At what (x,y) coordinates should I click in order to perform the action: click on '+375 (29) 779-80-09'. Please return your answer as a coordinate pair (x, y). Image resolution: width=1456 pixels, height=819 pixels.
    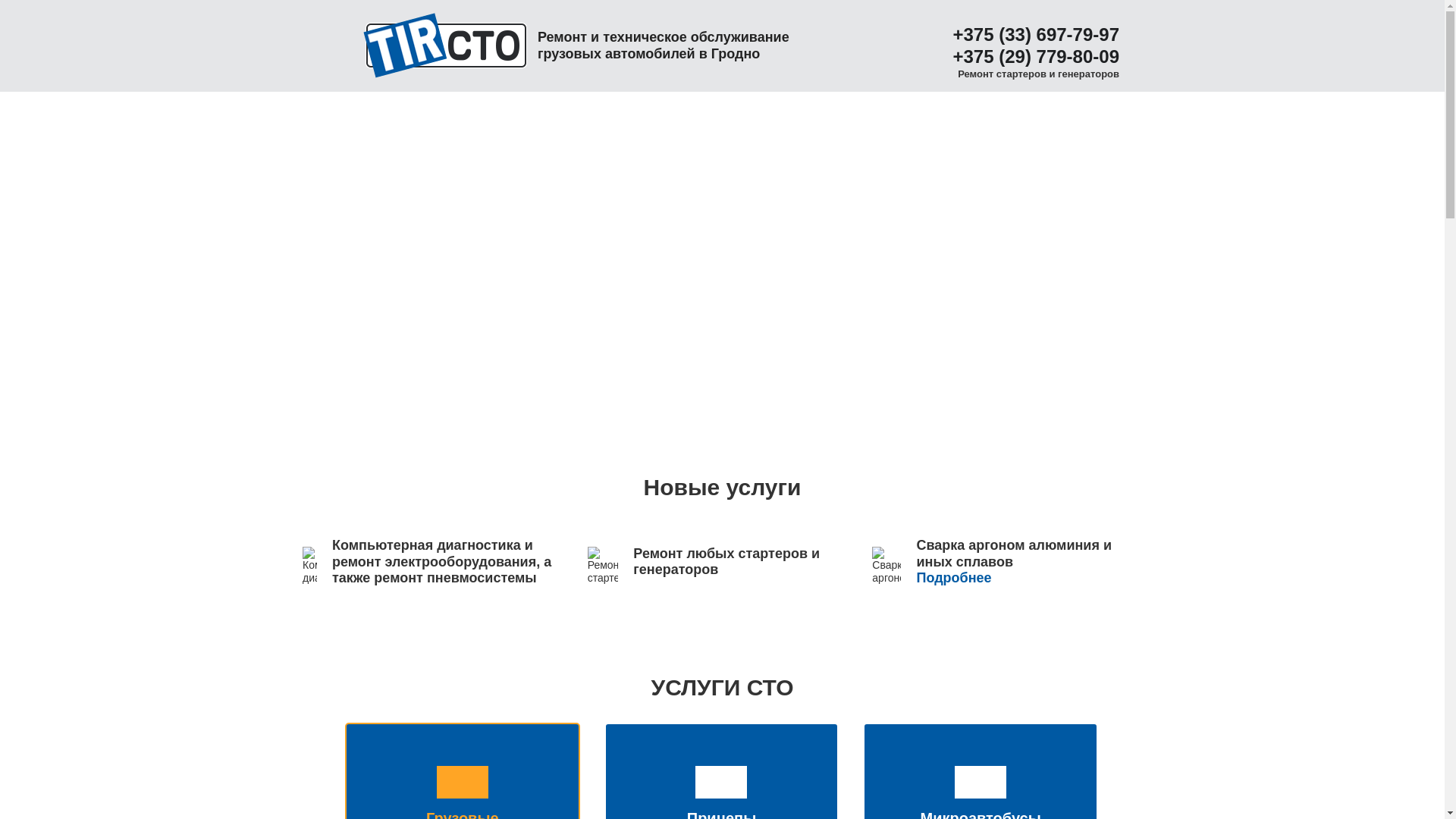
    Looking at the image, I should click on (1031, 56).